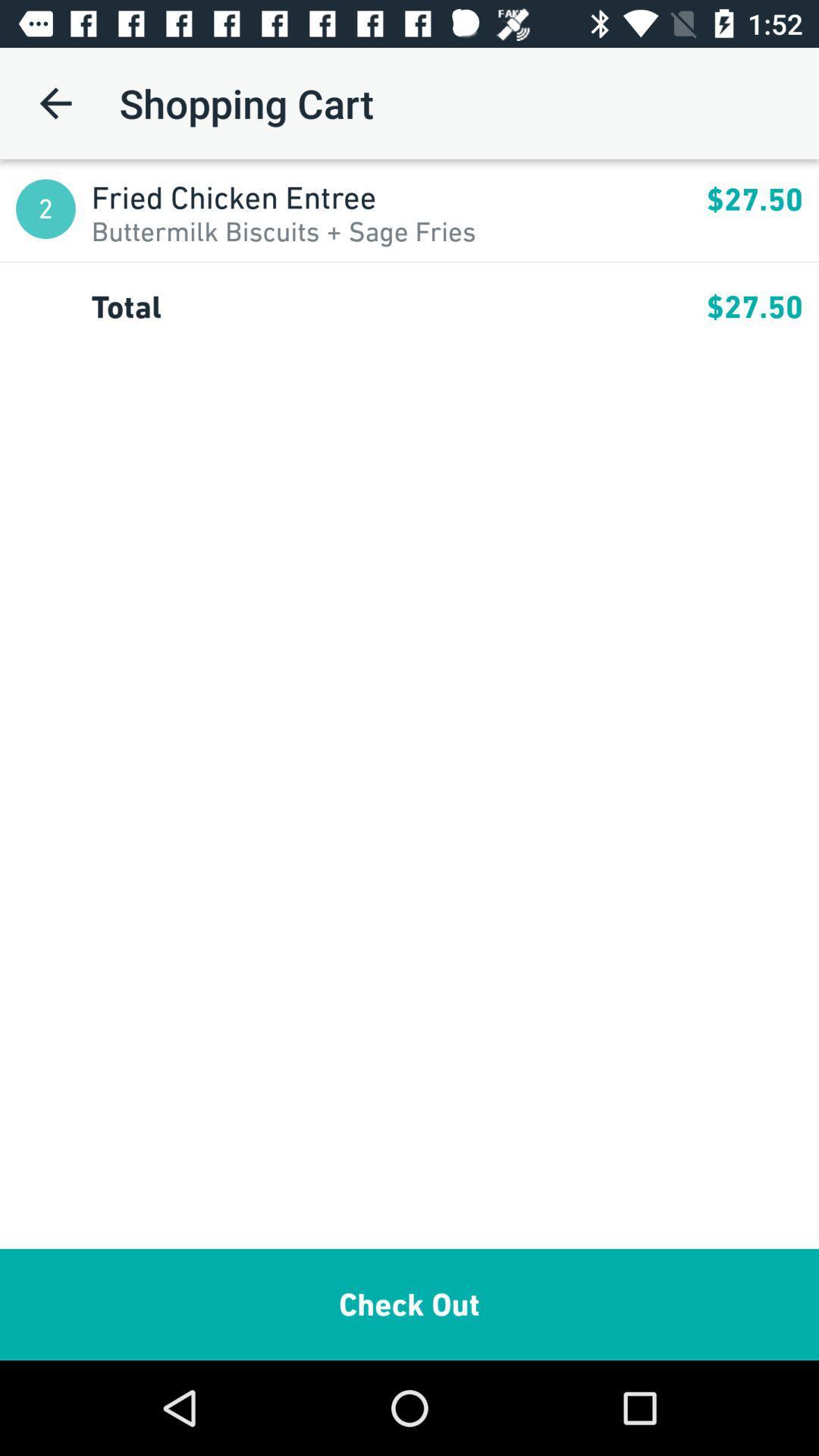  Describe the element at coordinates (398, 306) in the screenshot. I see `total app` at that location.